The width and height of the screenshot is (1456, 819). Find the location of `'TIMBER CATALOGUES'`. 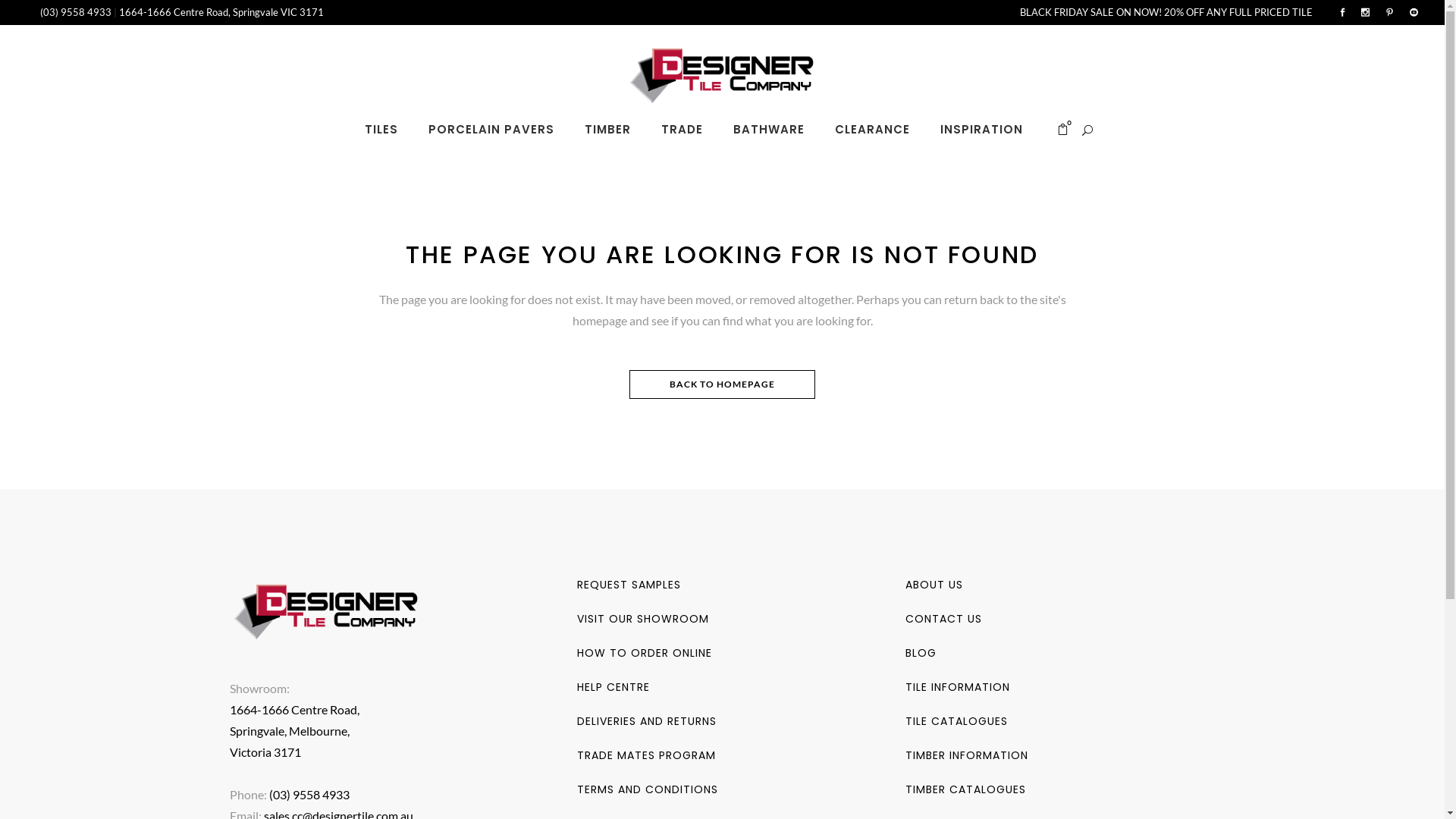

'TIMBER CATALOGUES' is located at coordinates (905, 789).